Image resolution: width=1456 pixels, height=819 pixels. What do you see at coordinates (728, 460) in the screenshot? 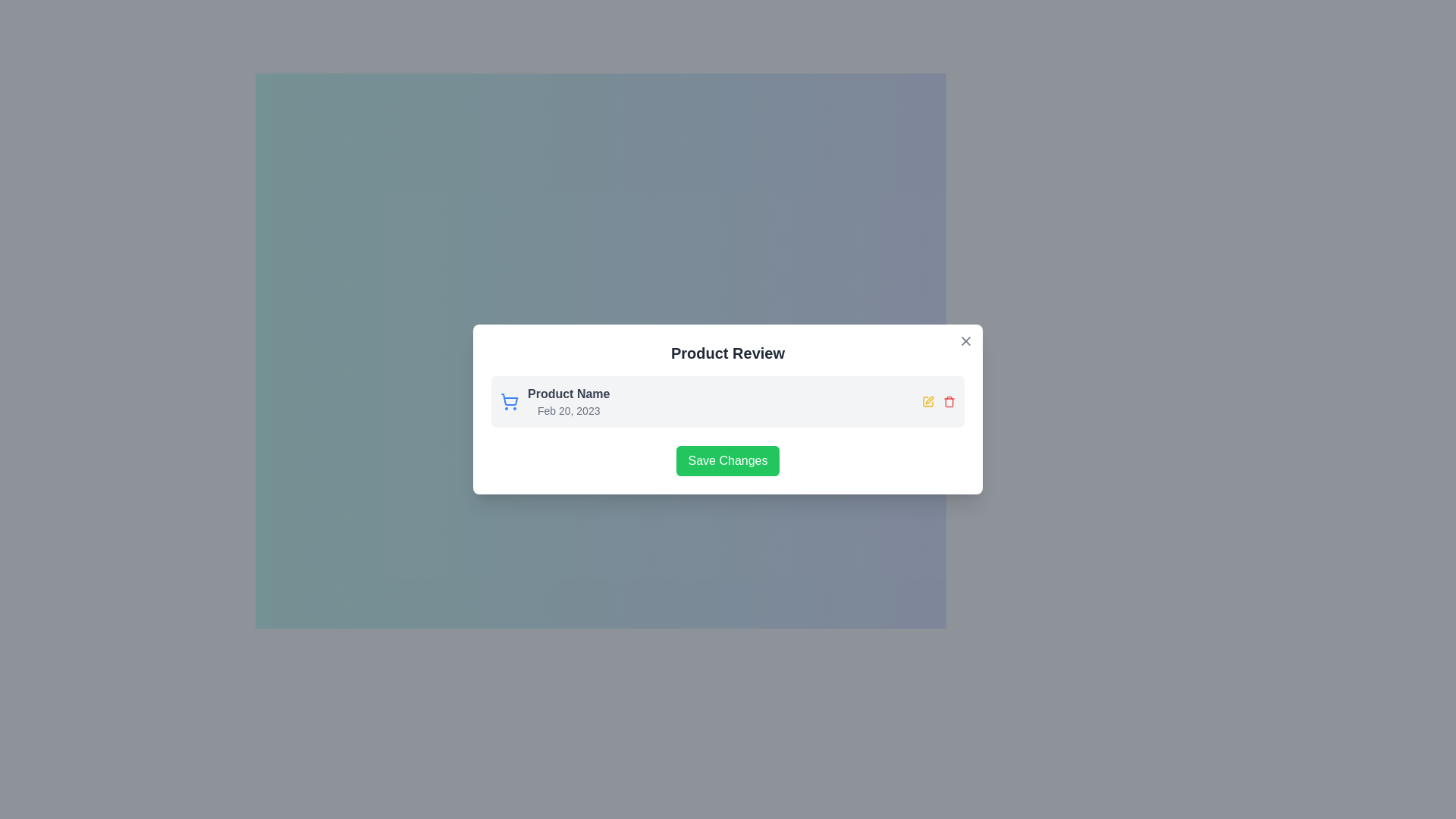
I see `the save changes button located at the bottom of the 'Product Review' modal window, which is directly below the product details section` at bounding box center [728, 460].